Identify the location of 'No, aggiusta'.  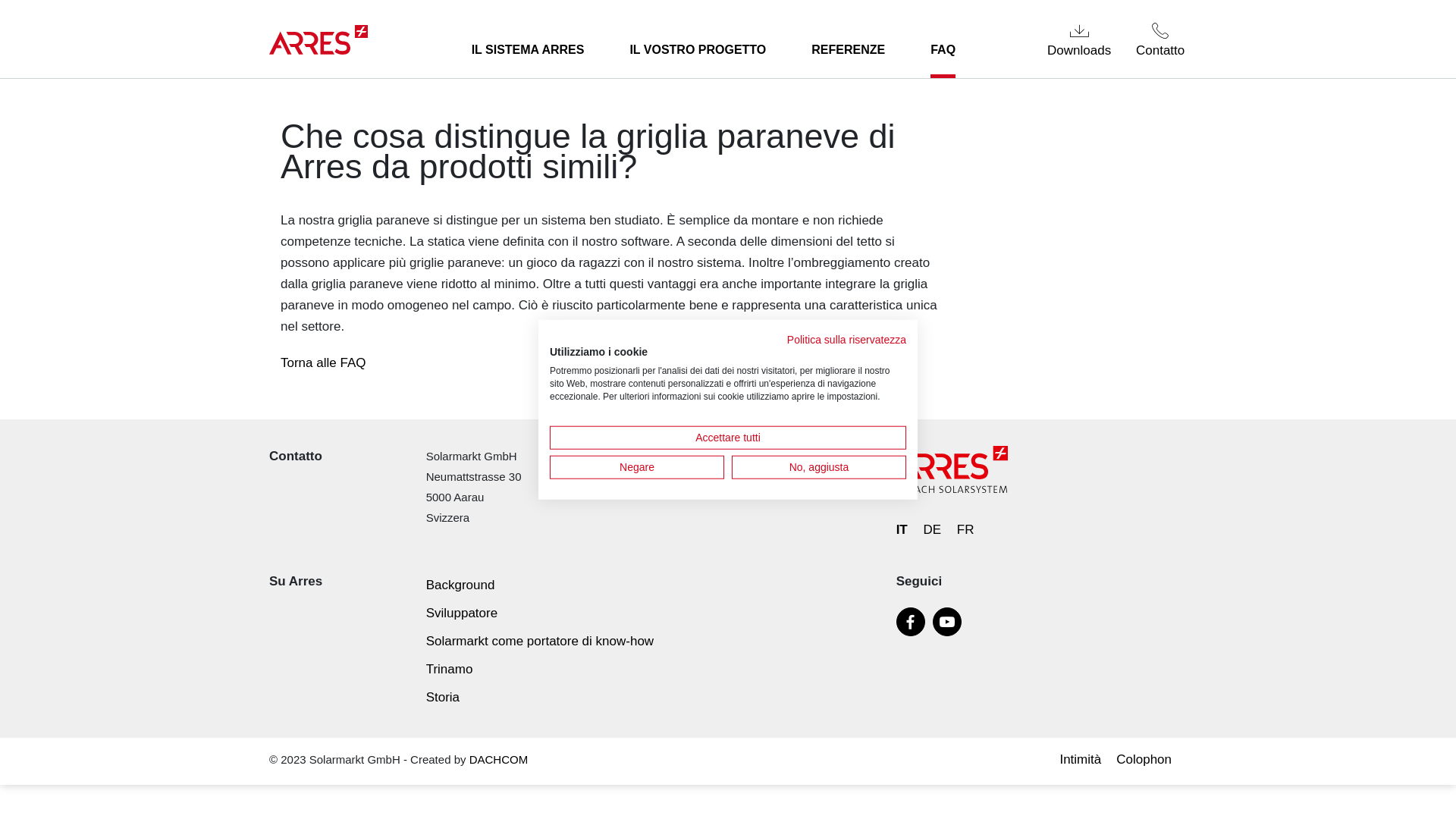
(818, 466).